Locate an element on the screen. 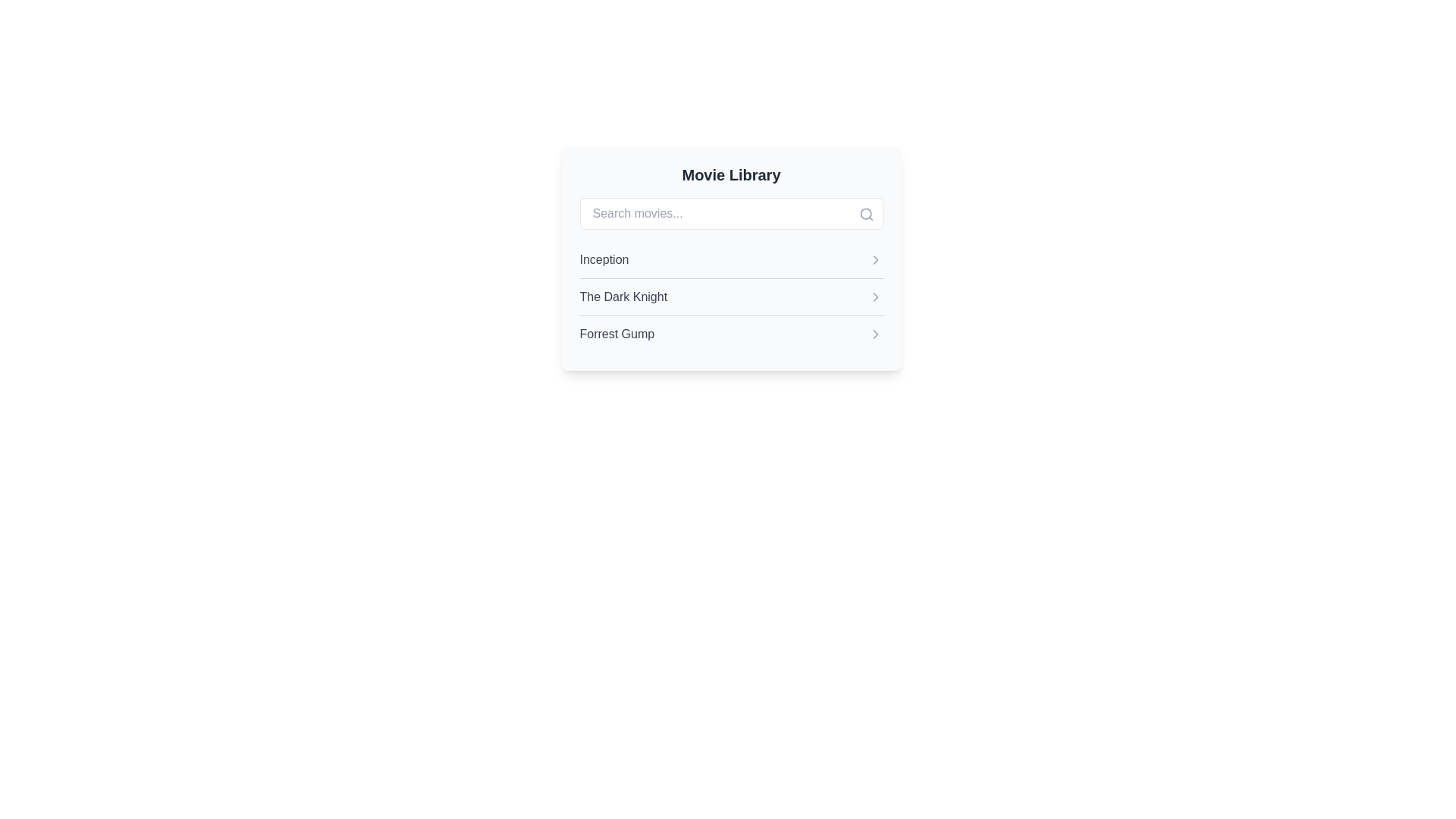 The width and height of the screenshot is (1456, 819). the text label displaying the movie title 'The Dark Knight' in the movie library interface, which is the second item in a vertical list of movie titles is located at coordinates (623, 297).